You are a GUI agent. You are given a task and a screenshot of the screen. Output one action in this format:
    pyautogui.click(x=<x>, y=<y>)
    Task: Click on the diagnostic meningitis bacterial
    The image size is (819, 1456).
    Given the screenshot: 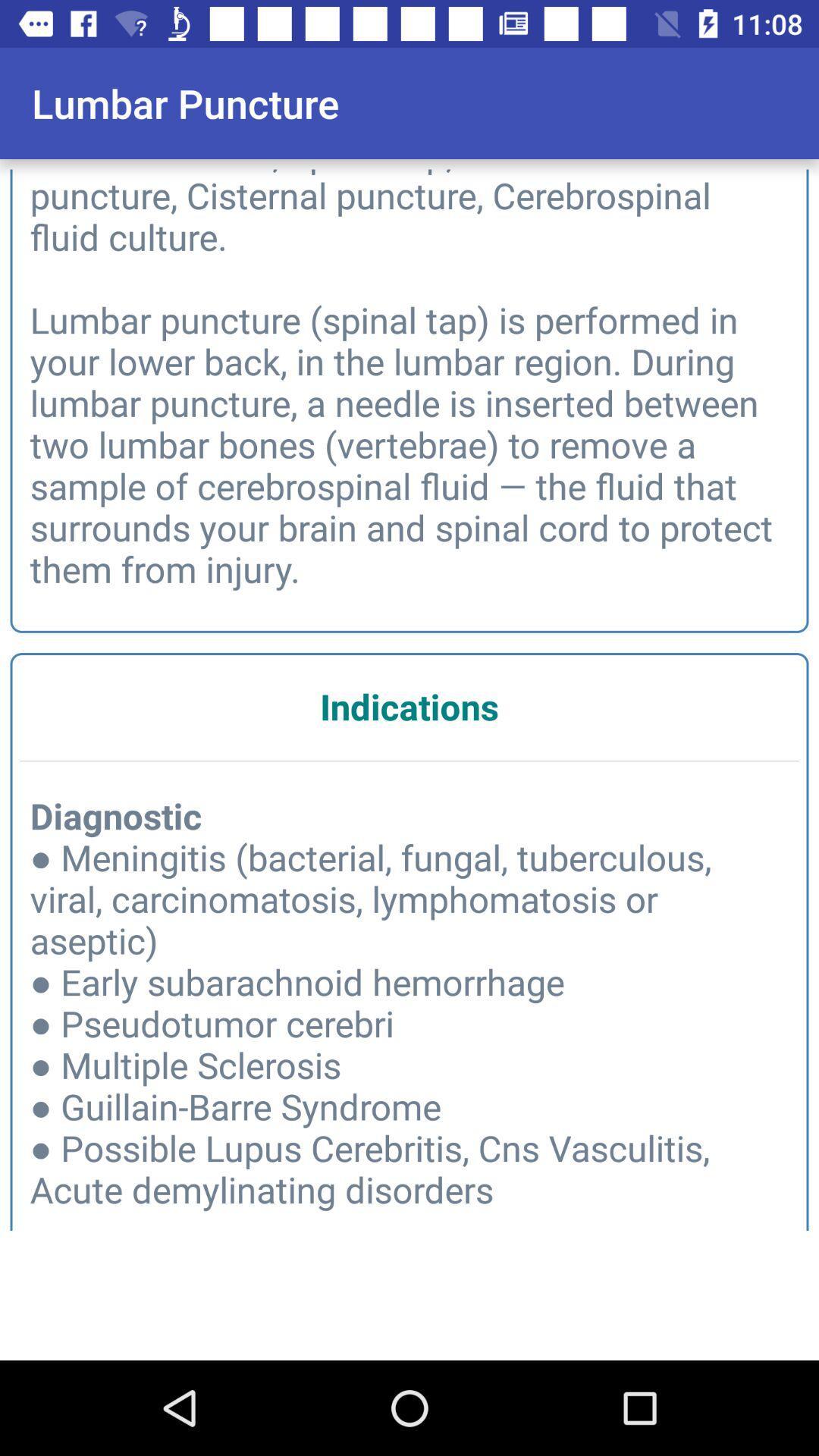 What is the action you would take?
    pyautogui.click(x=409, y=1016)
    